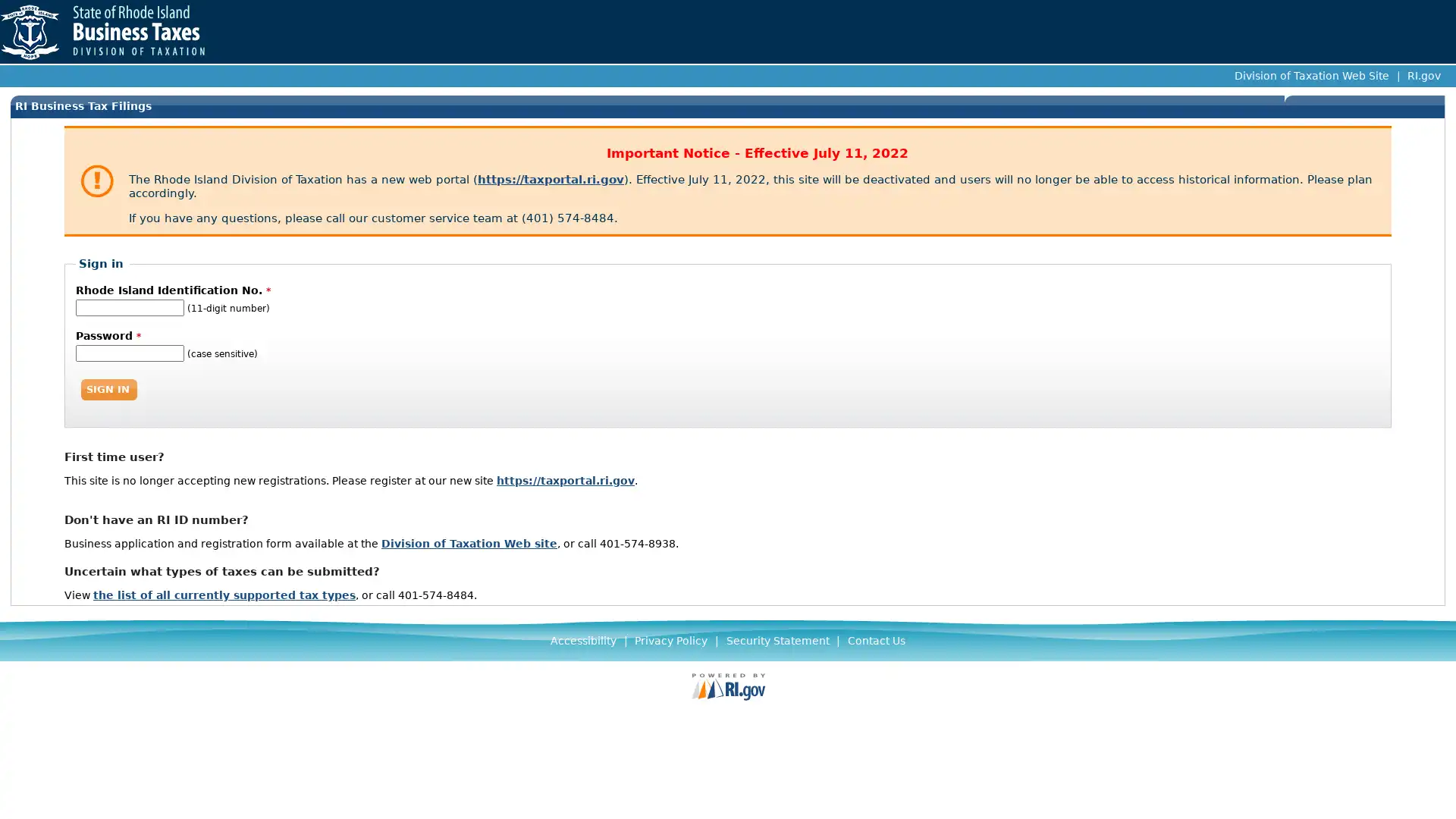  I want to click on SIGN IN, so click(108, 388).